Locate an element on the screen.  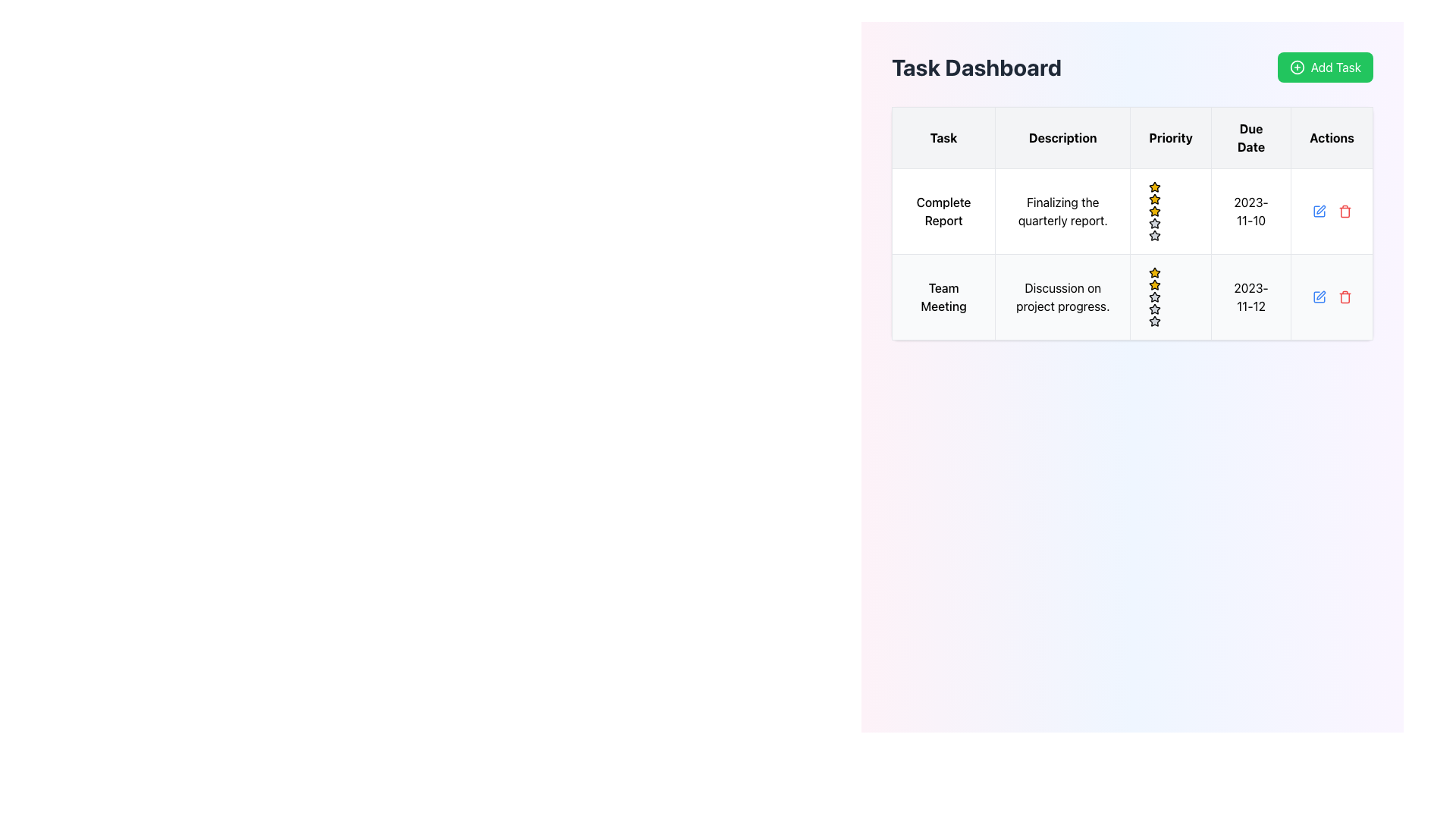
the trash can icon located in the 'Actions' column of the second row corresponding to 'Team Meeting' is located at coordinates (1345, 298).